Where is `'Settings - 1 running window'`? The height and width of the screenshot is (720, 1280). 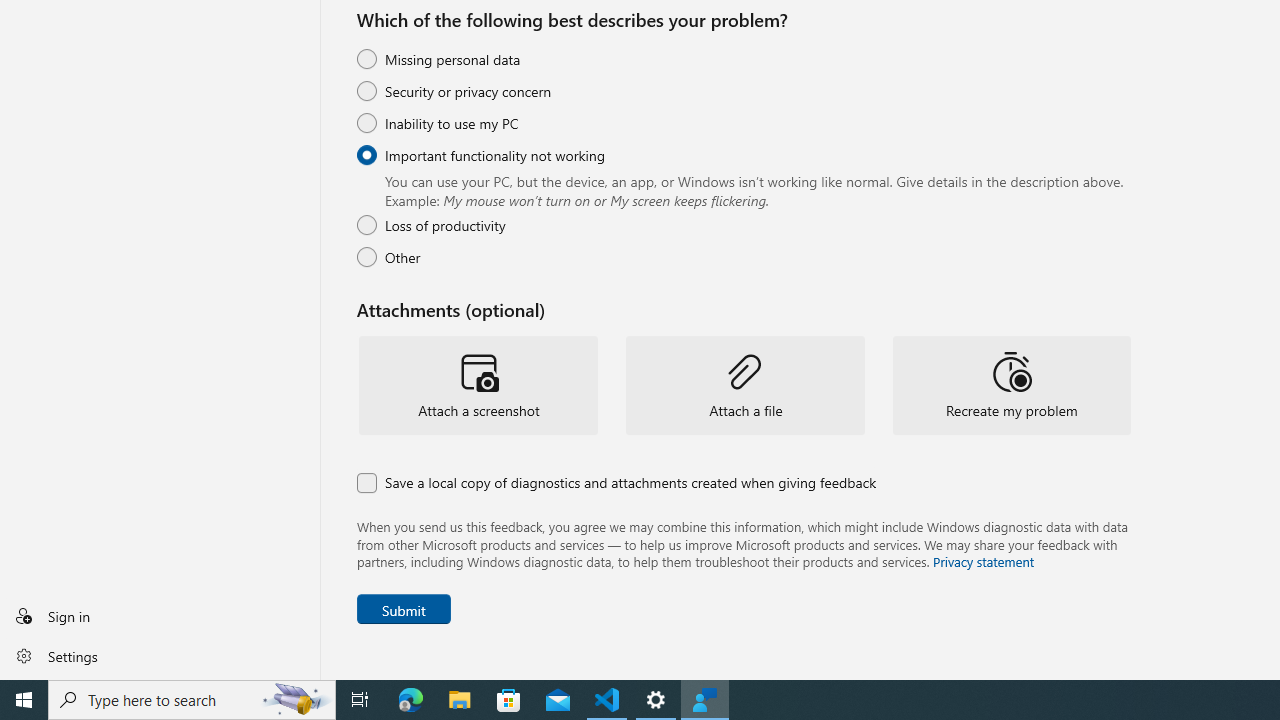
'Settings - 1 running window' is located at coordinates (656, 698).